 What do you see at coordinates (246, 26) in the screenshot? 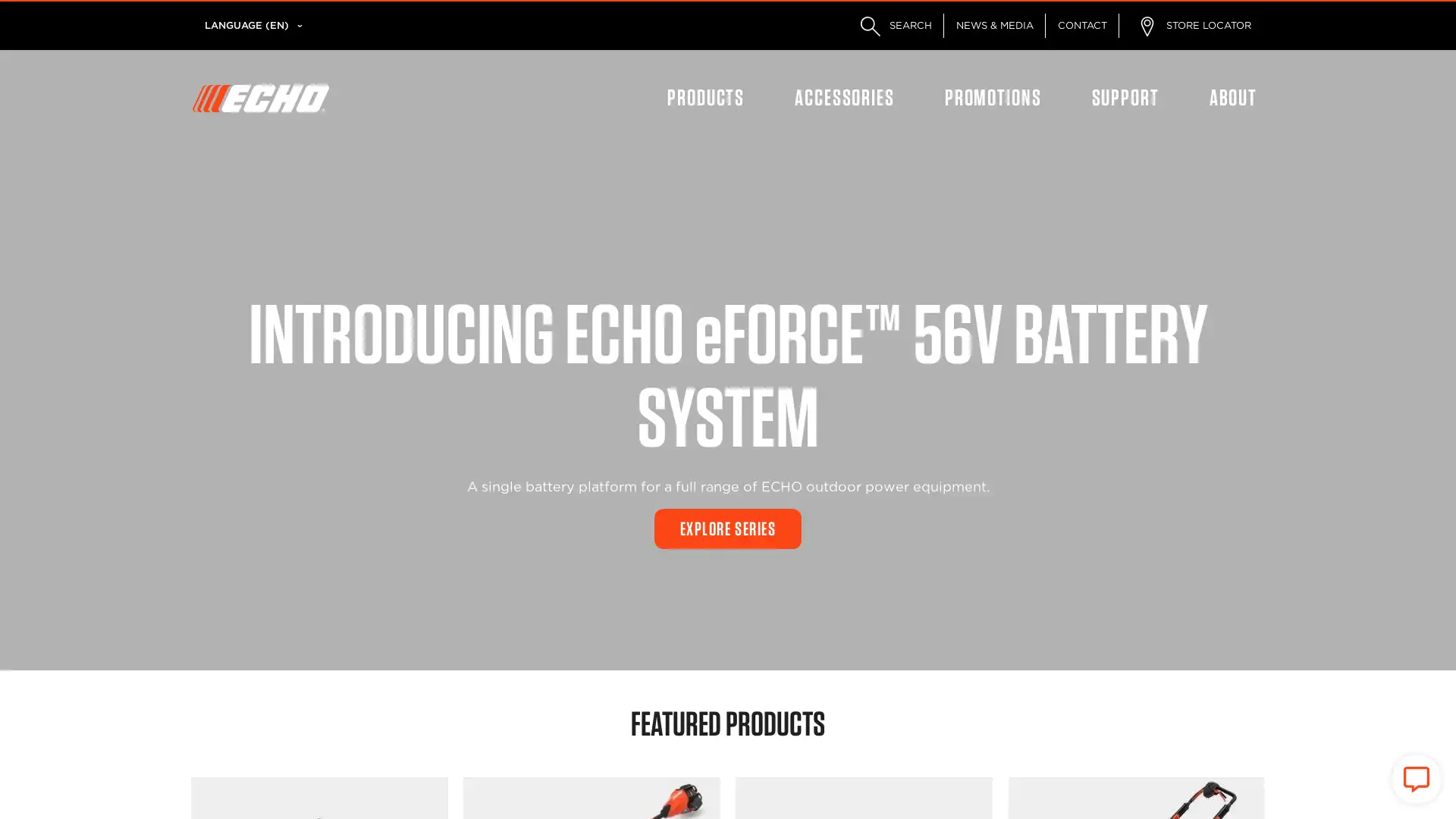
I see `LANGUAGE (EN)` at bounding box center [246, 26].